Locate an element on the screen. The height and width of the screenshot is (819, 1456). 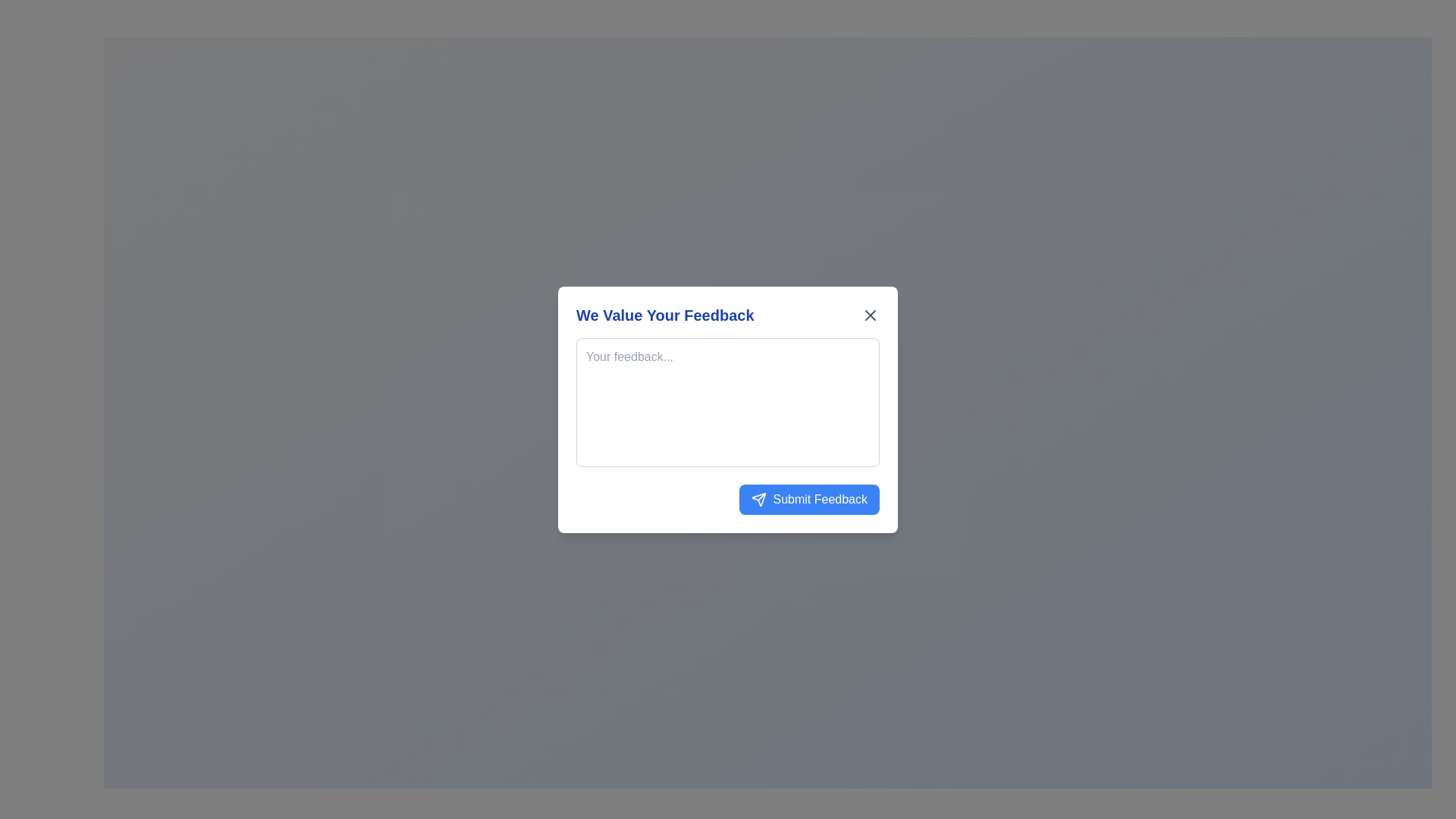
the feedback submission button located at the bottom-right of the 'We Value Your Feedback' modal is located at coordinates (808, 499).